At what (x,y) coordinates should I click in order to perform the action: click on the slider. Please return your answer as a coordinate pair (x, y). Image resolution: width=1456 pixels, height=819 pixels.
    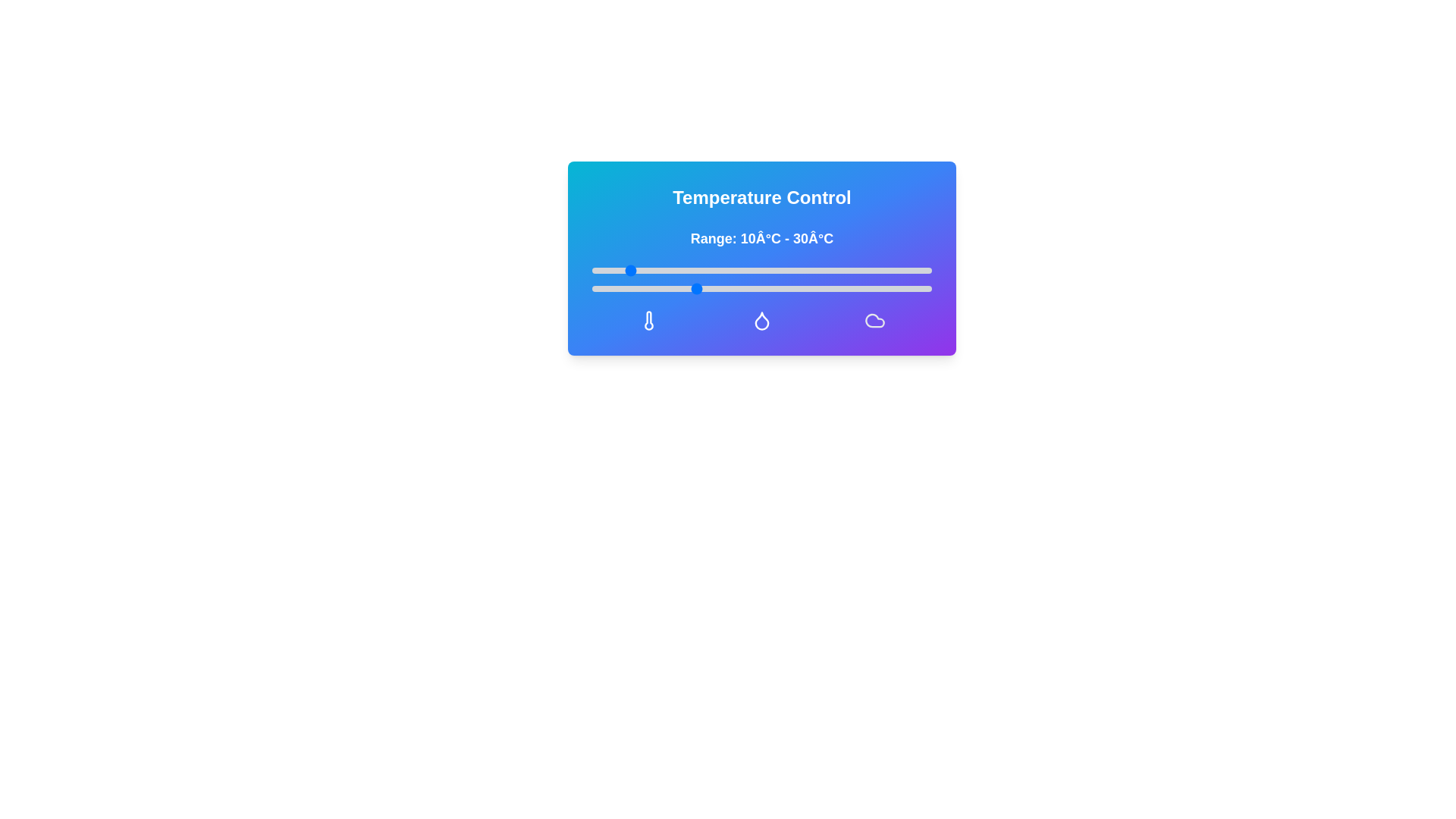
    Looking at the image, I should click on (846, 289).